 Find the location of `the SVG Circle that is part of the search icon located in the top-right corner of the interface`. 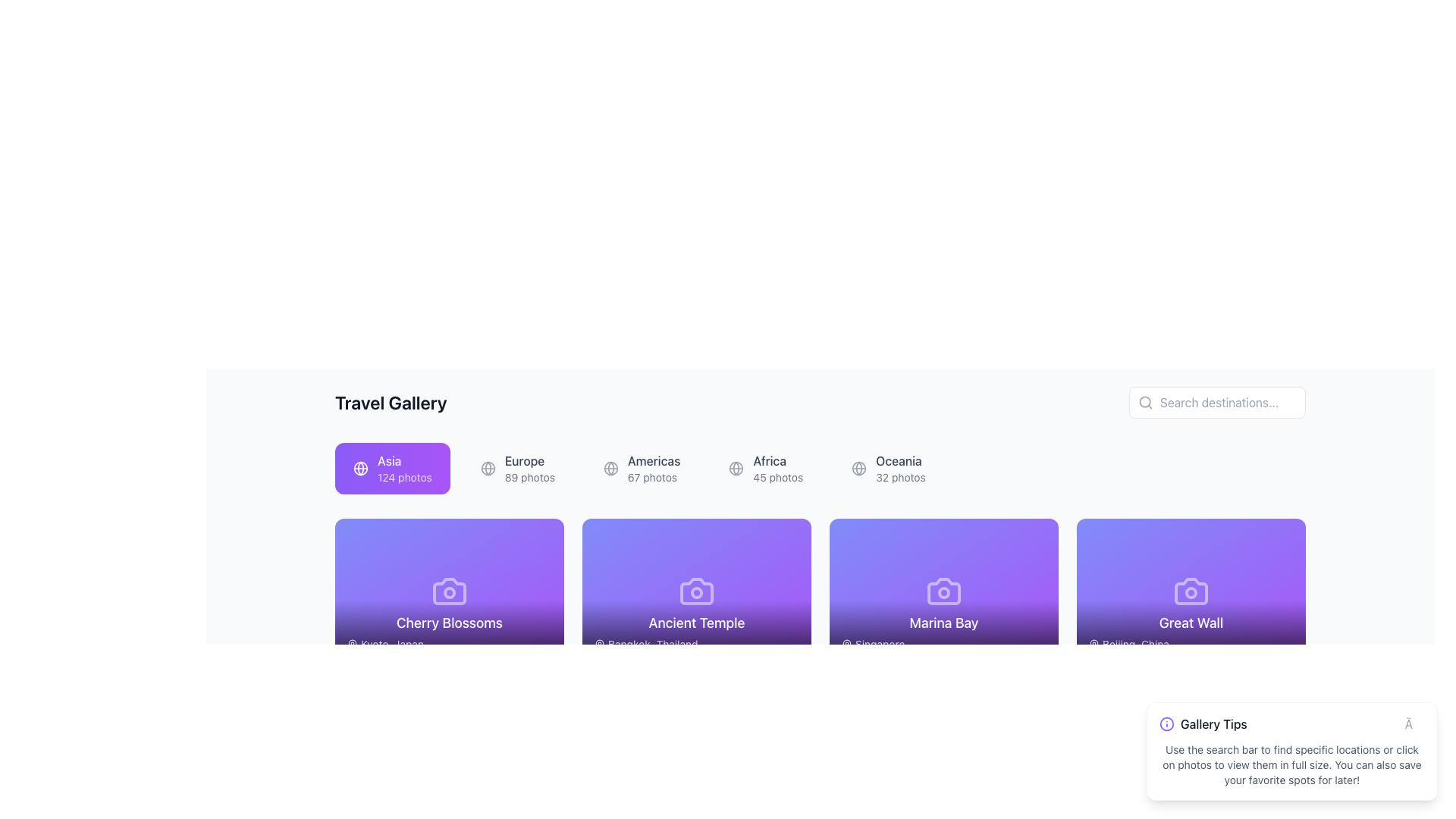

the SVG Circle that is part of the search icon located in the top-right corner of the interface is located at coordinates (1145, 401).